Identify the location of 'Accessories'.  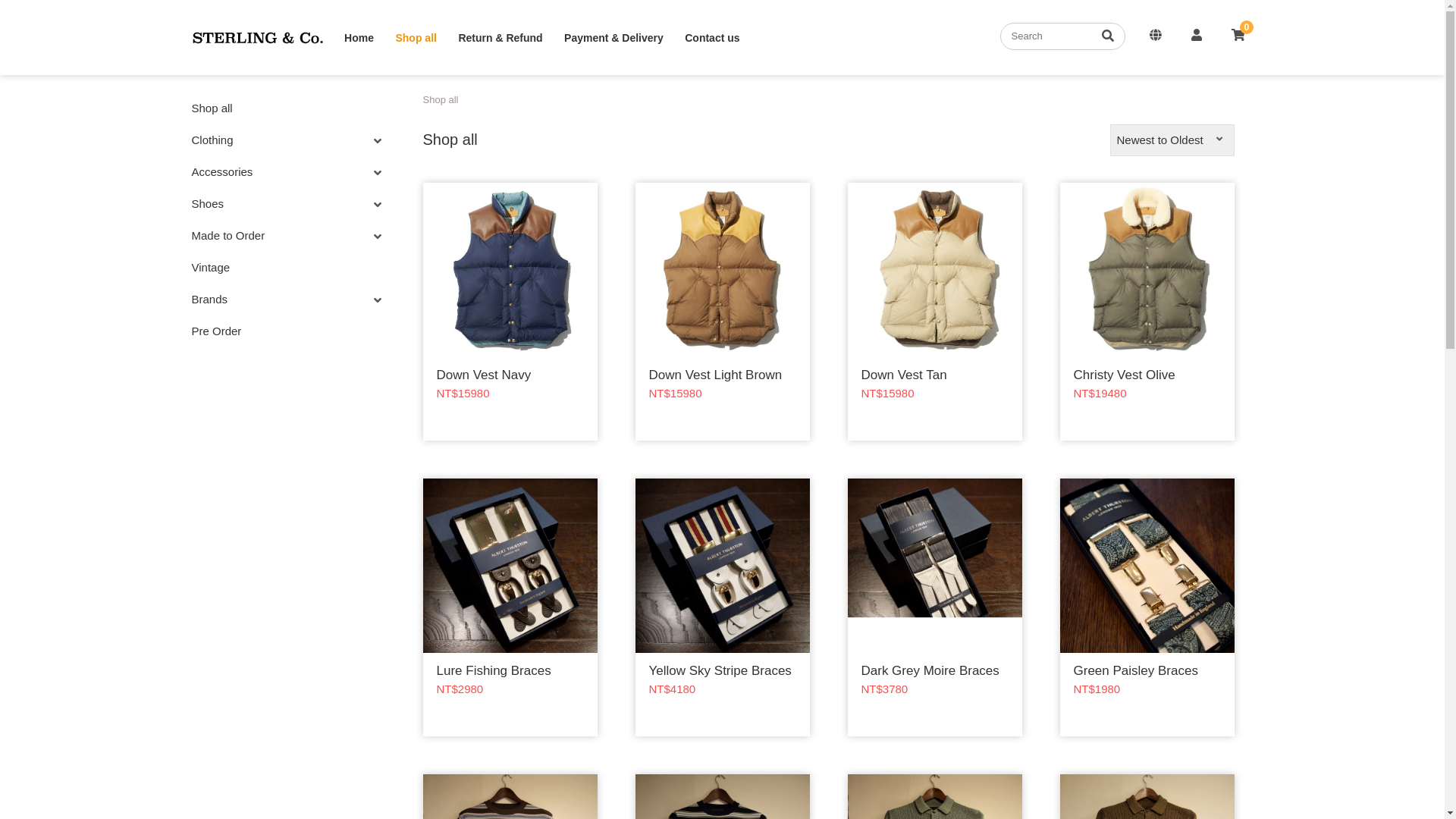
(221, 171).